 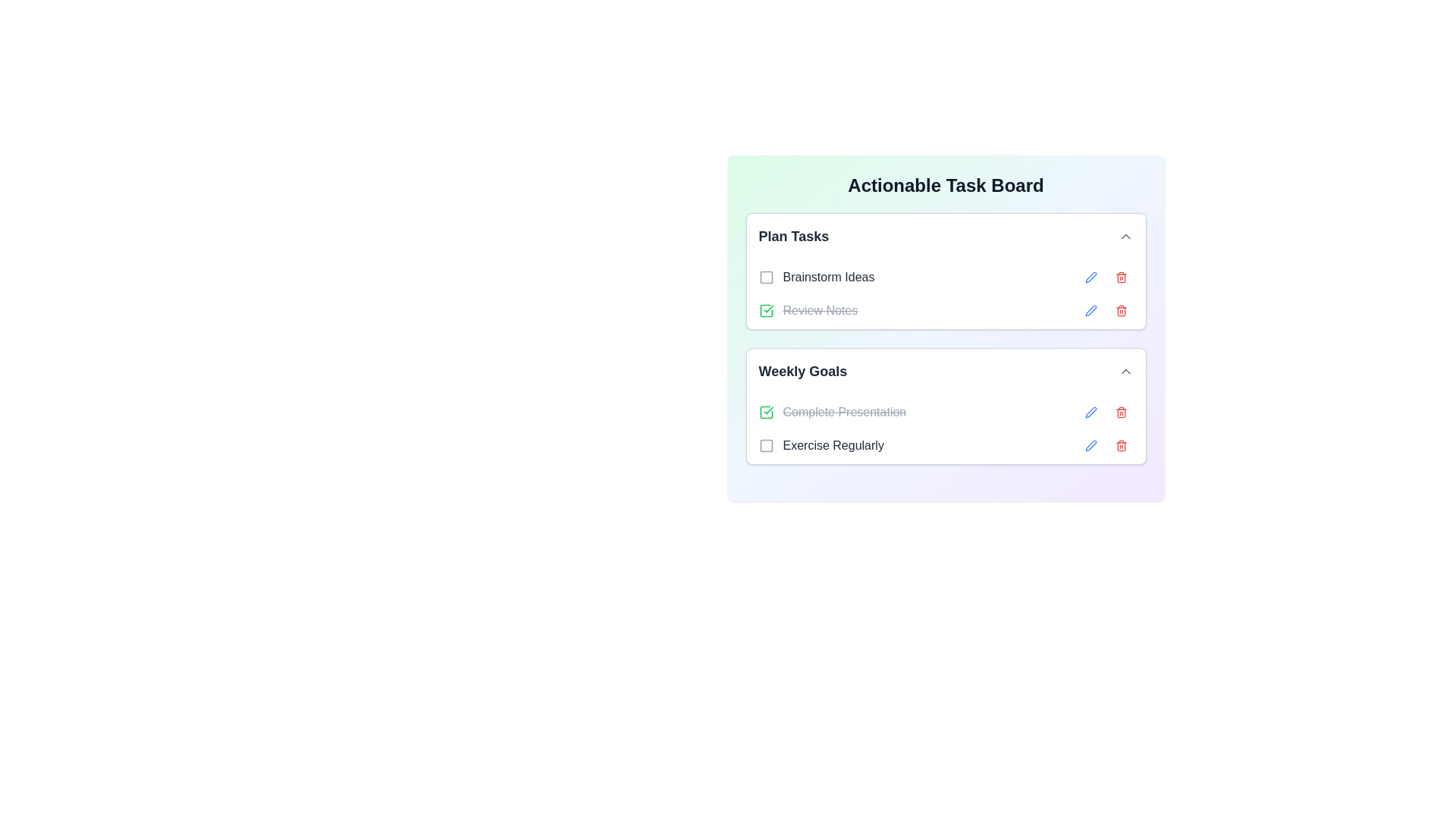 What do you see at coordinates (1090, 412) in the screenshot?
I see `the 'Edit' icon button located in the 'Weekly Goals' section, positioned to the right of the first task 'Complete Presentation', for accessibility purposes` at bounding box center [1090, 412].